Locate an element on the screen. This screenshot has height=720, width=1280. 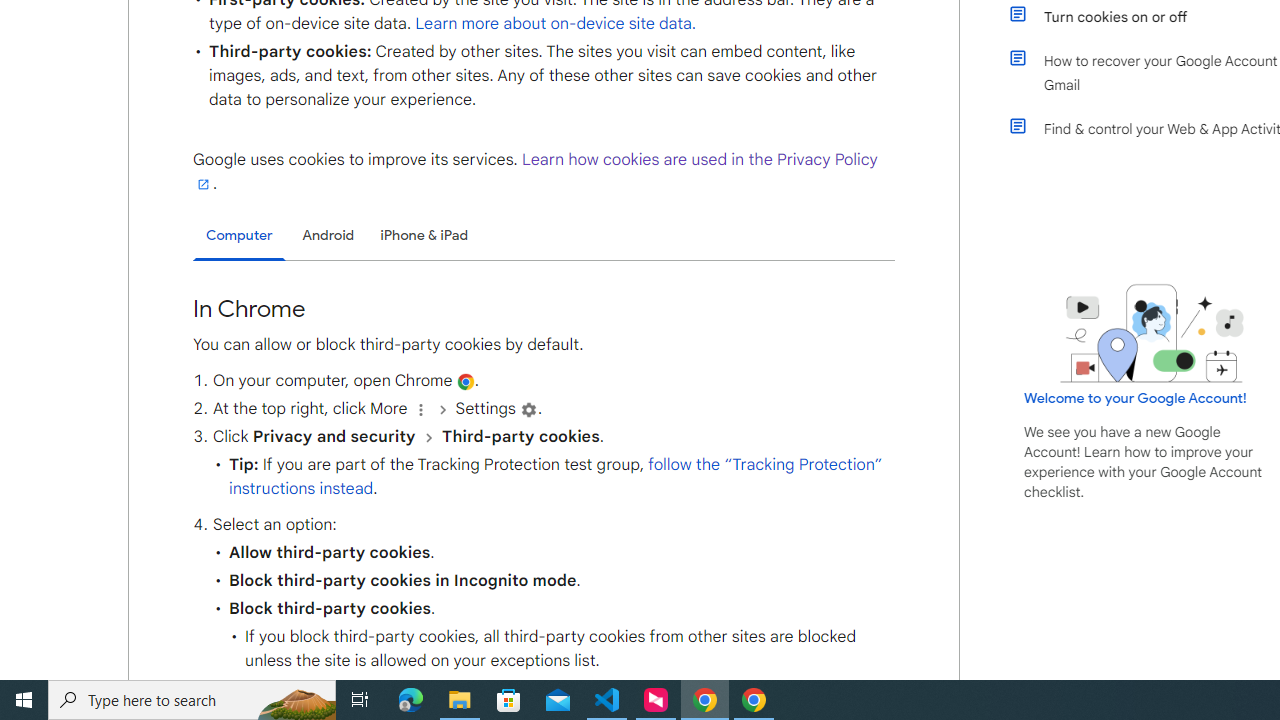
'Welcome to your Google Account!' is located at coordinates (1135, 397).